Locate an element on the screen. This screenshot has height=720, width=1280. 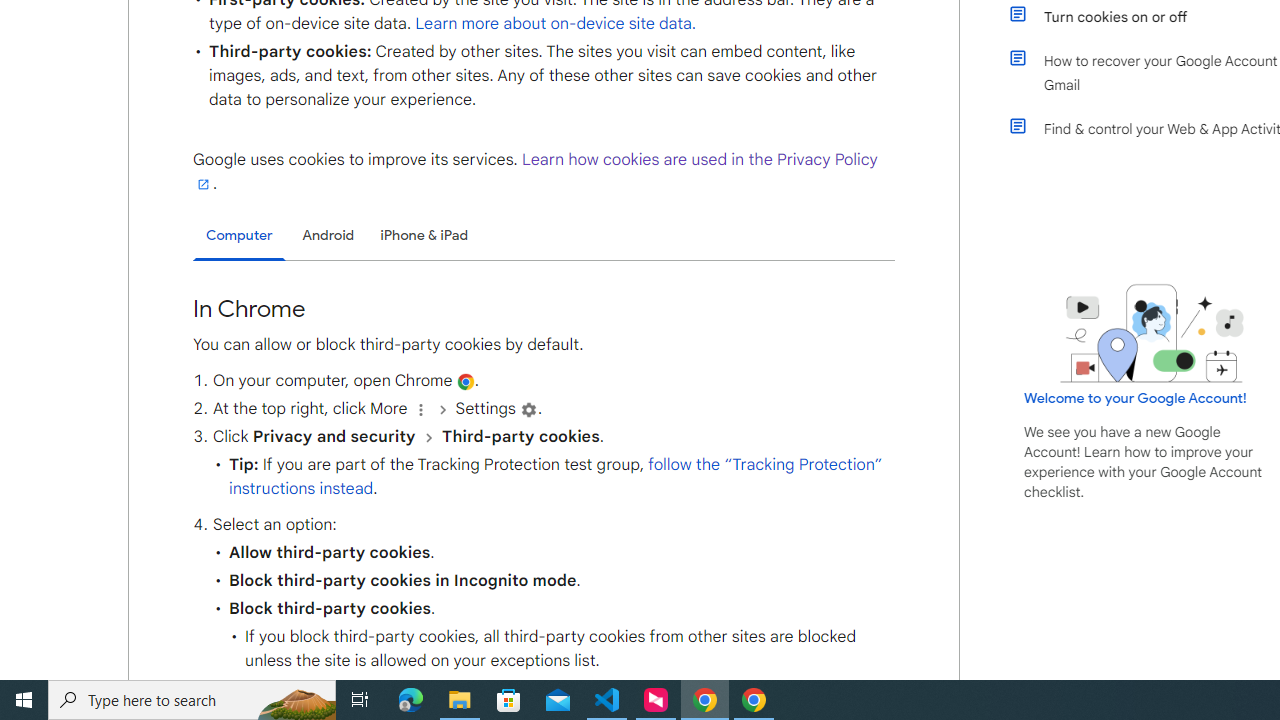
'Welcome to your Google Account!' is located at coordinates (1135, 397).